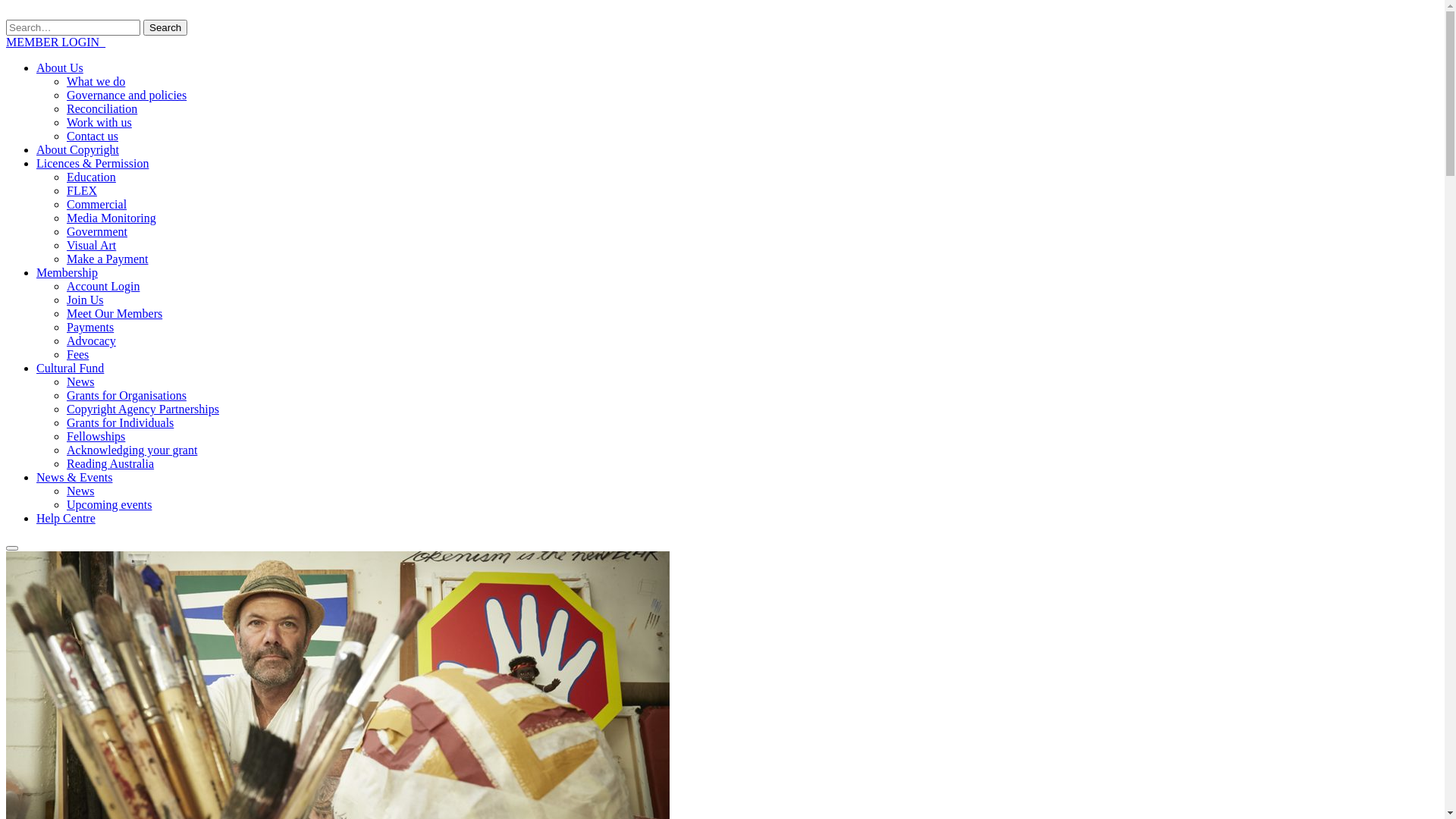 The height and width of the screenshot is (819, 1456). I want to click on 'Commercial', so click(96, 203).